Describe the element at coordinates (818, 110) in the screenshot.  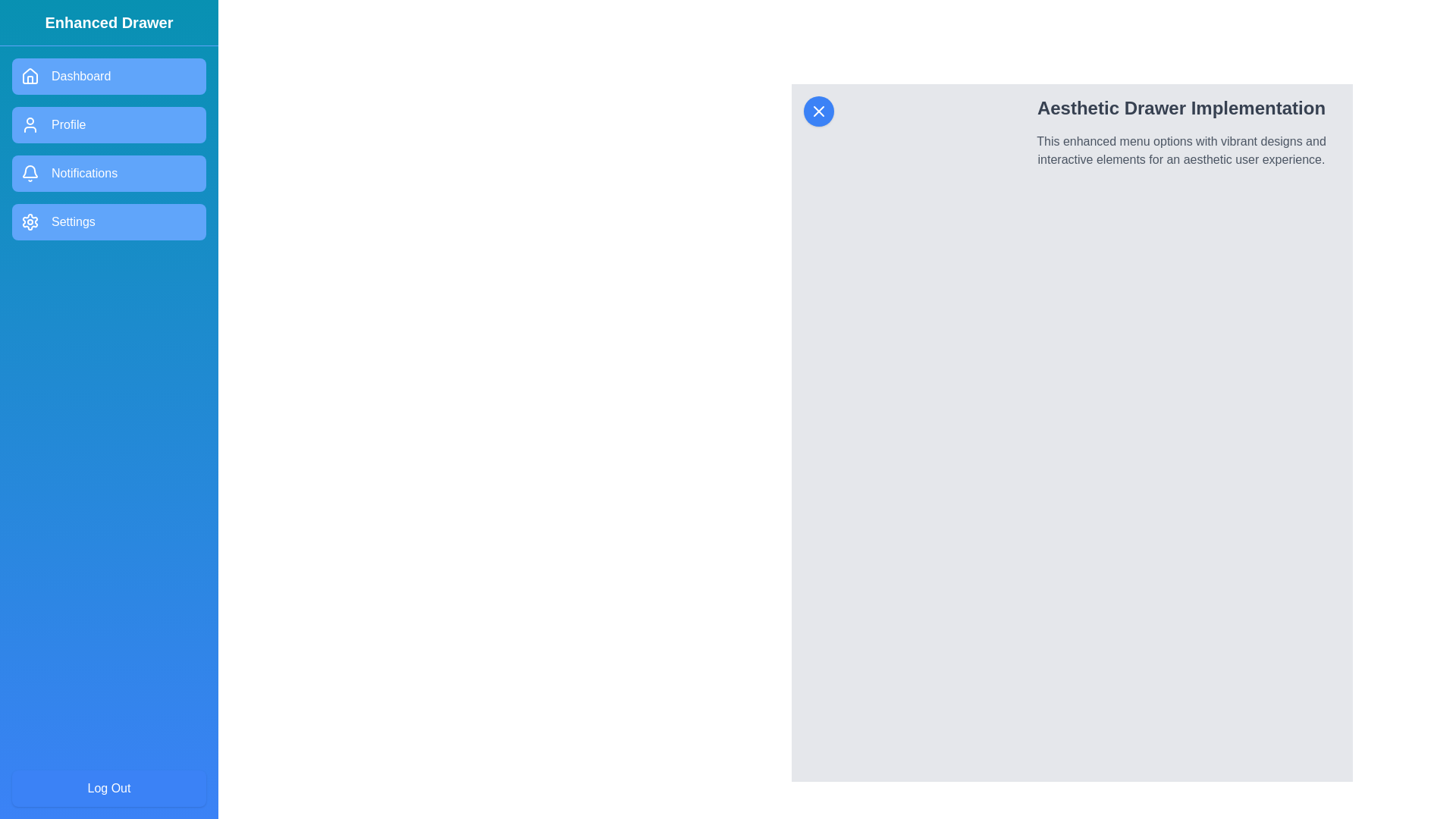
I see `the small 'X' icon styled with a blue circular background and white outline located in the top-left corner of the larger white circular button, which is part of the right panel near the title text 'Aesthetic Drawer Implementation'` at that location.